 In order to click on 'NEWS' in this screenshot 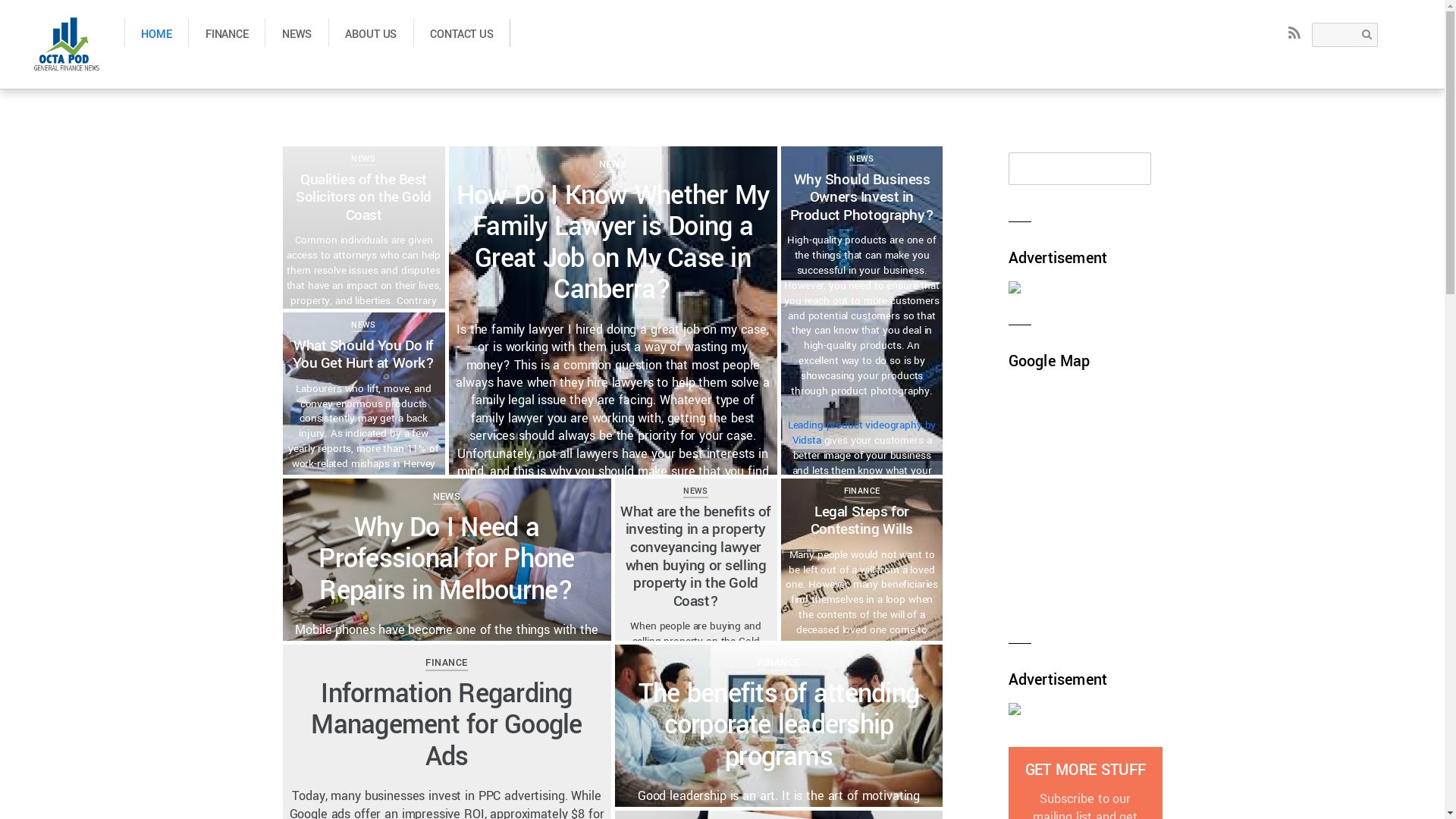, I will do `click(861, 158)`.